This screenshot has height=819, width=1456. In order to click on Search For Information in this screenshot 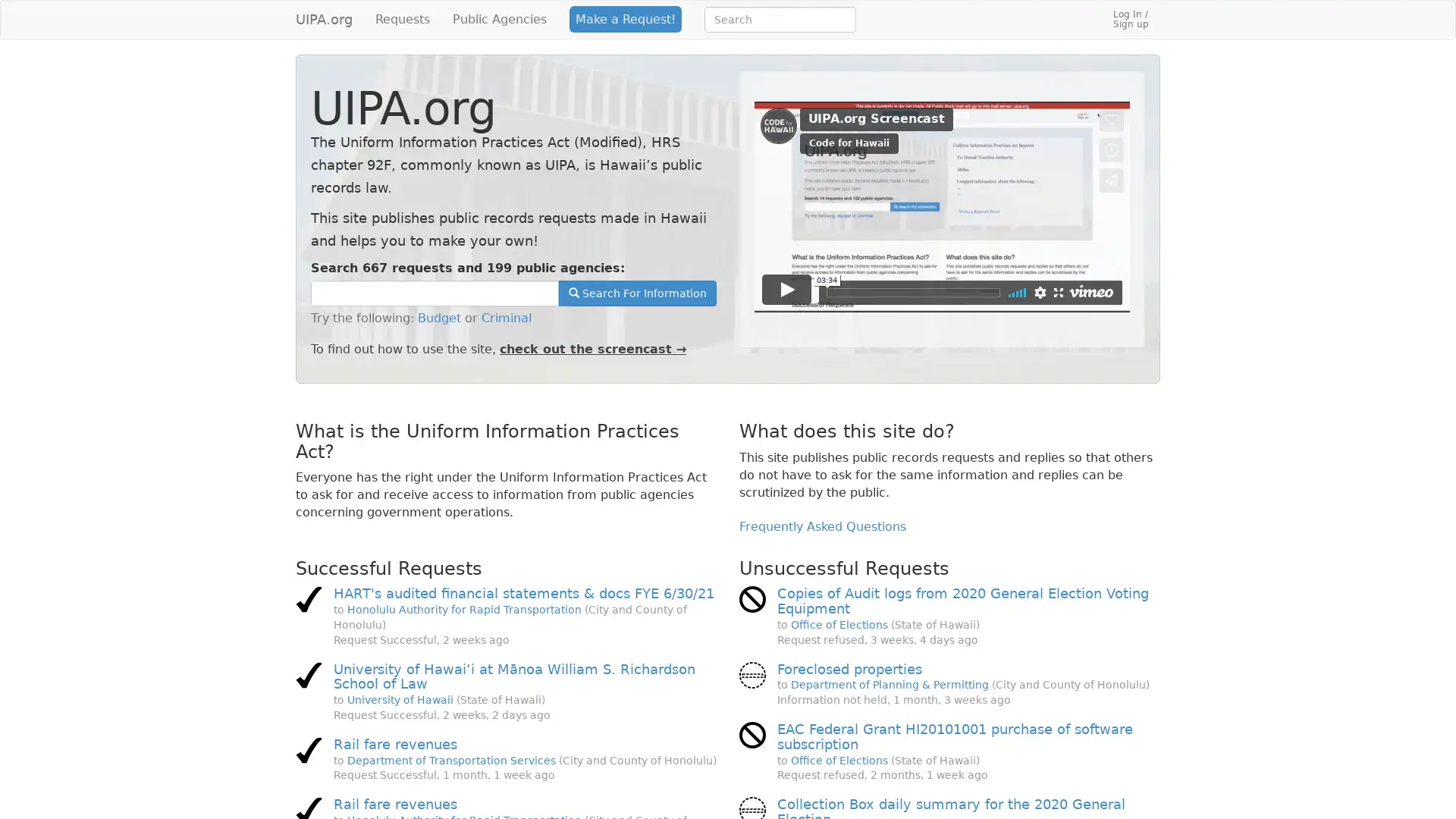, I will do `click(637, 293)`.